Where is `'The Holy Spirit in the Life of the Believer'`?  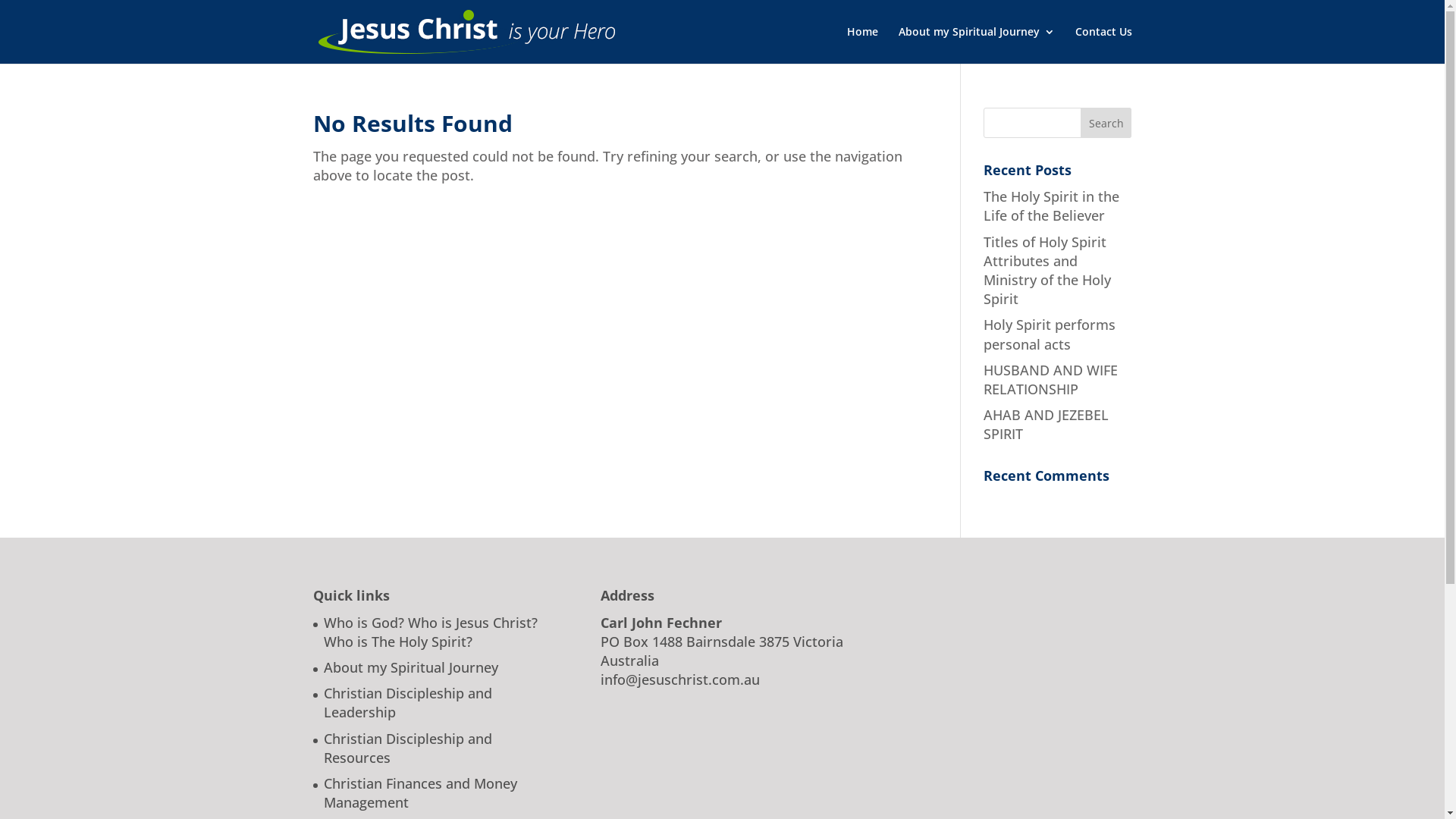 'The Holy Spirit in the Life of the Believer' is located at coordinates (983, 206).